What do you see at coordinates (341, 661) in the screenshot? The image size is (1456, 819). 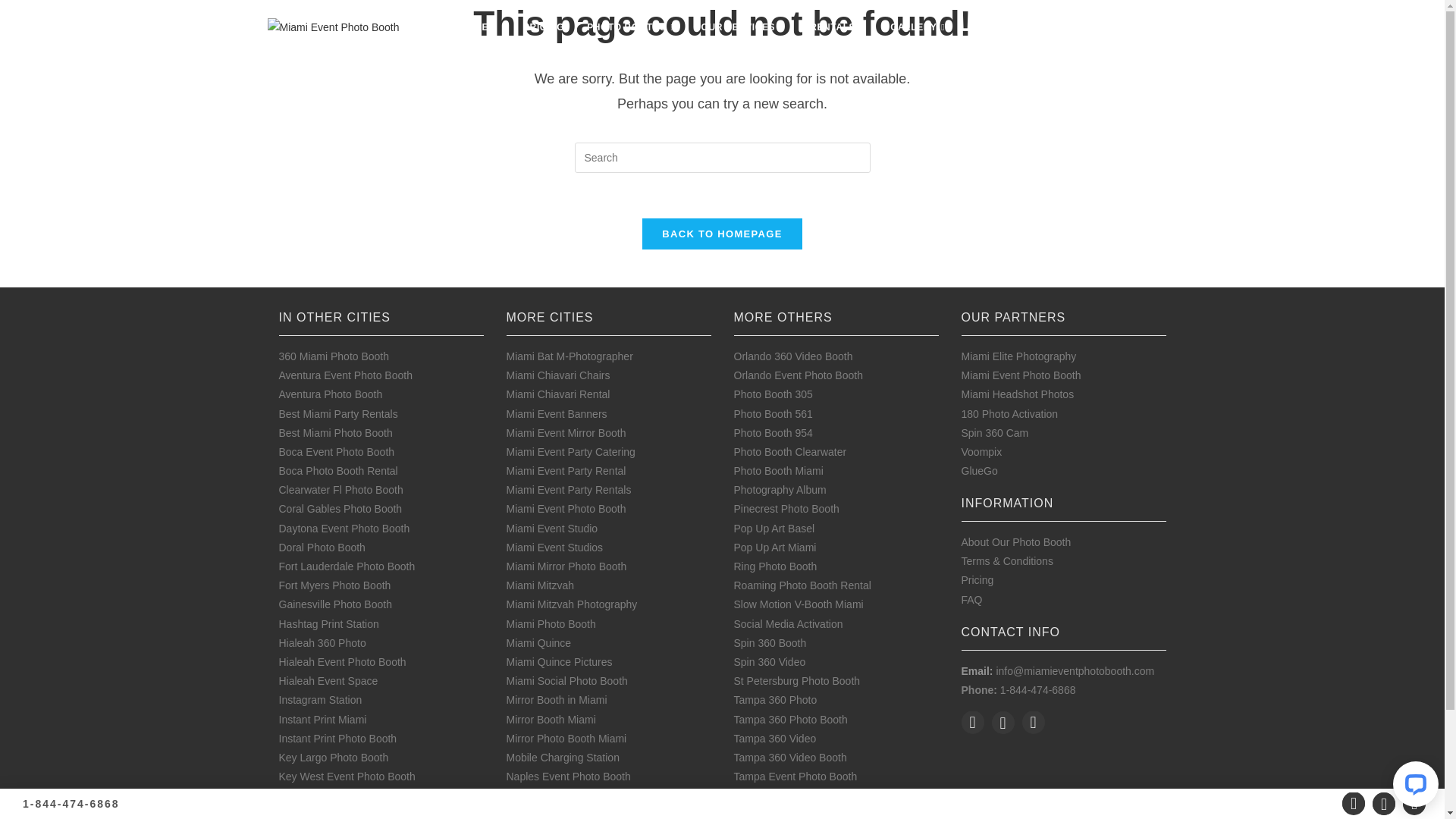 I see `'Hialeah Event Photo Booth'` at bounding box center [341, 661].